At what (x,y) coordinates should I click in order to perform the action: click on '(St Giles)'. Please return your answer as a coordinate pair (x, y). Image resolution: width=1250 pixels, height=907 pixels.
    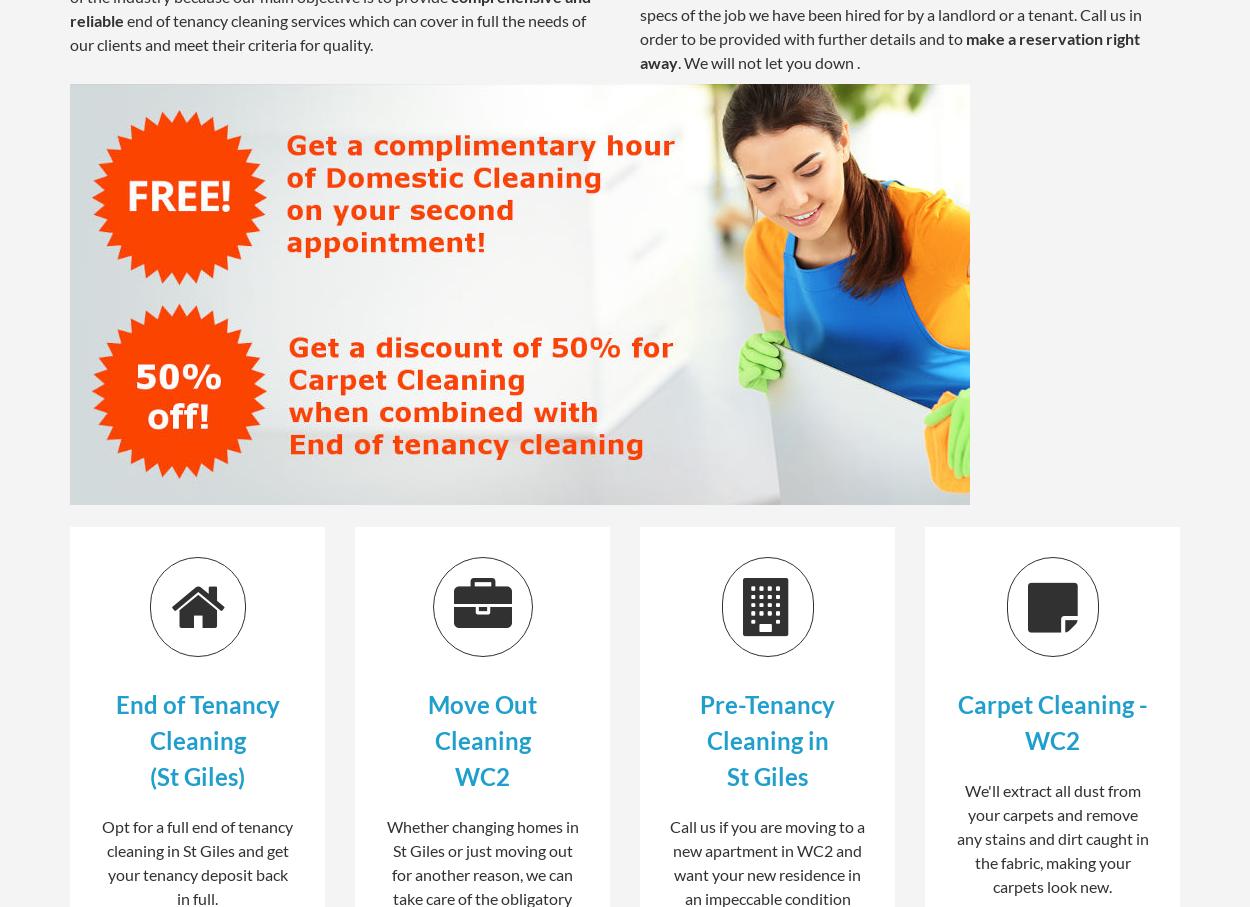
    Looking at the image, I should click on (196, 774).